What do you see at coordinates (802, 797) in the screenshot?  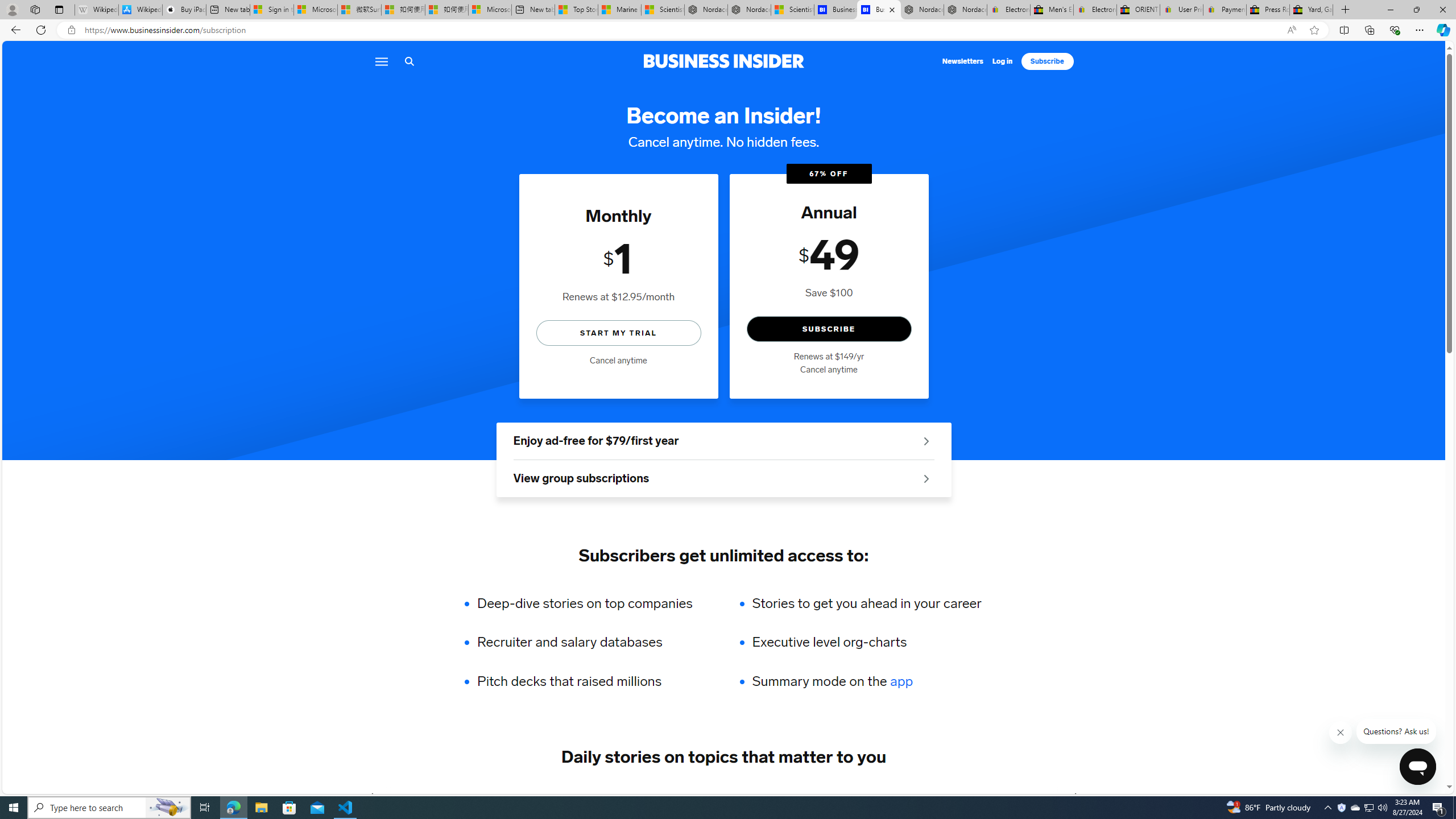 I see `'HEALTHCARE'` at bounding box center [802, 797].